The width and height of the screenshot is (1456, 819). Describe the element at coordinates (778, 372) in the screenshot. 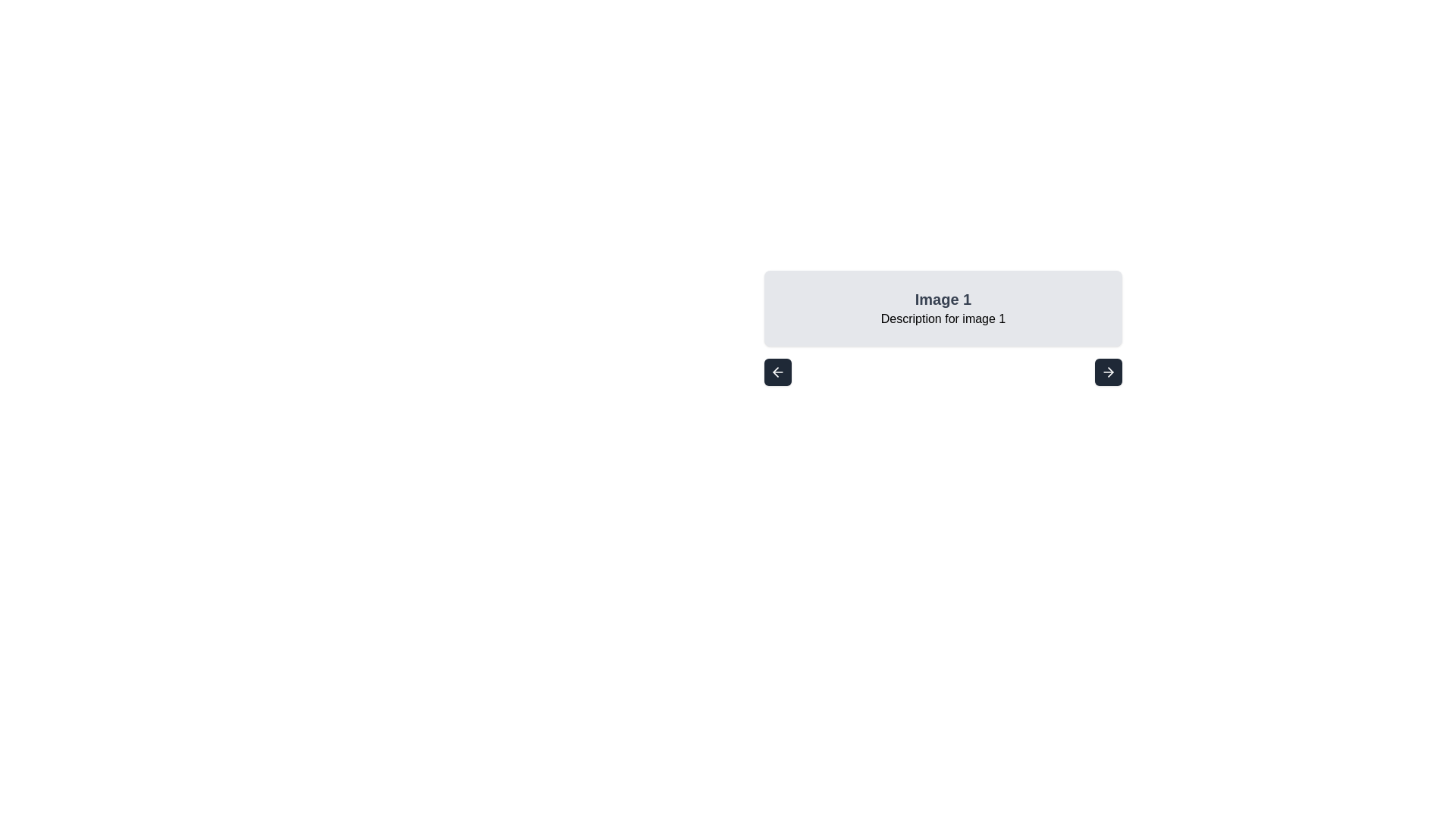

I see `the left arrow button to navigate to the previous item in the carousel` at that location.